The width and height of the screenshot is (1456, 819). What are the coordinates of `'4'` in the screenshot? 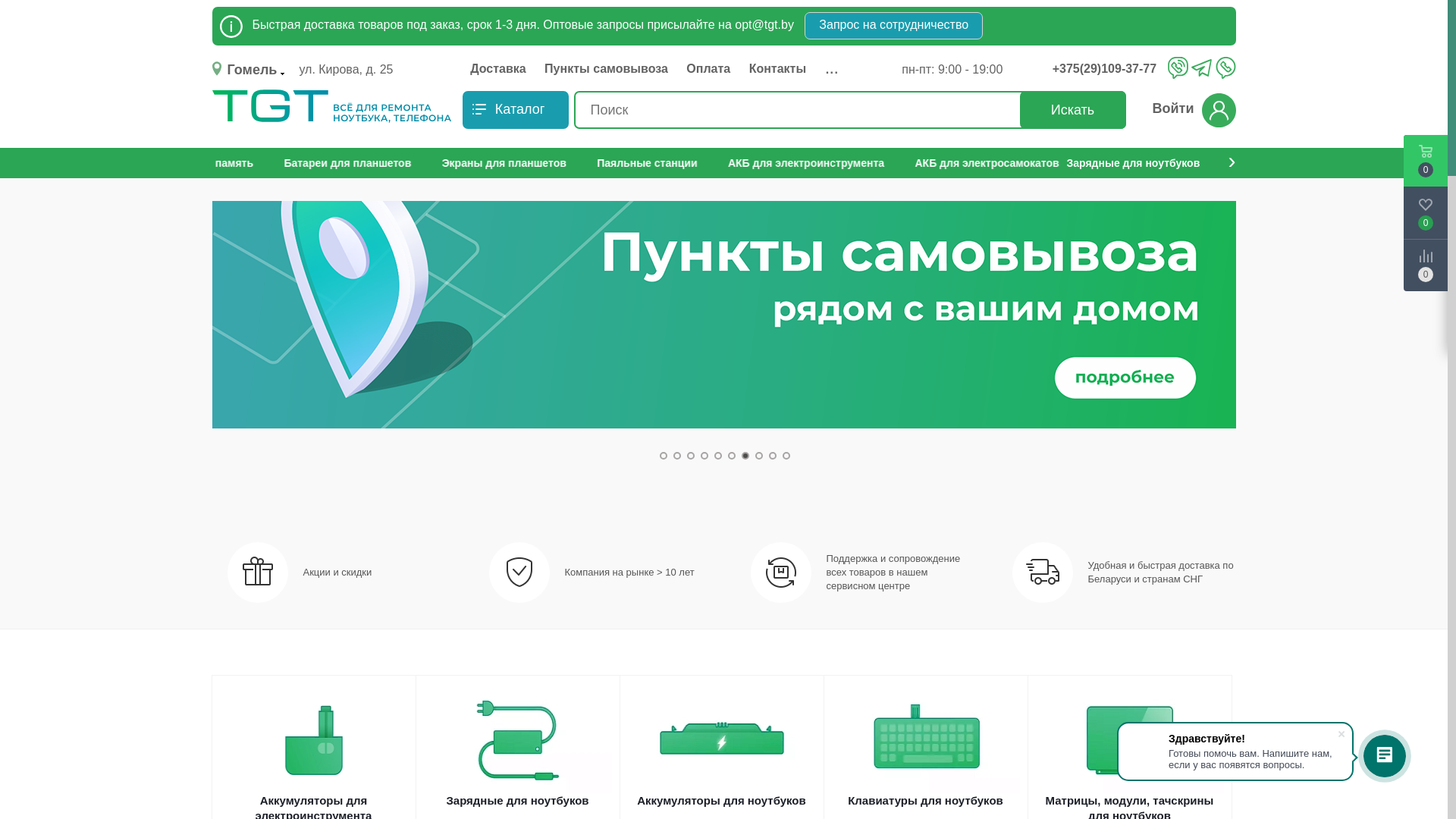 It's located at (704, 455).